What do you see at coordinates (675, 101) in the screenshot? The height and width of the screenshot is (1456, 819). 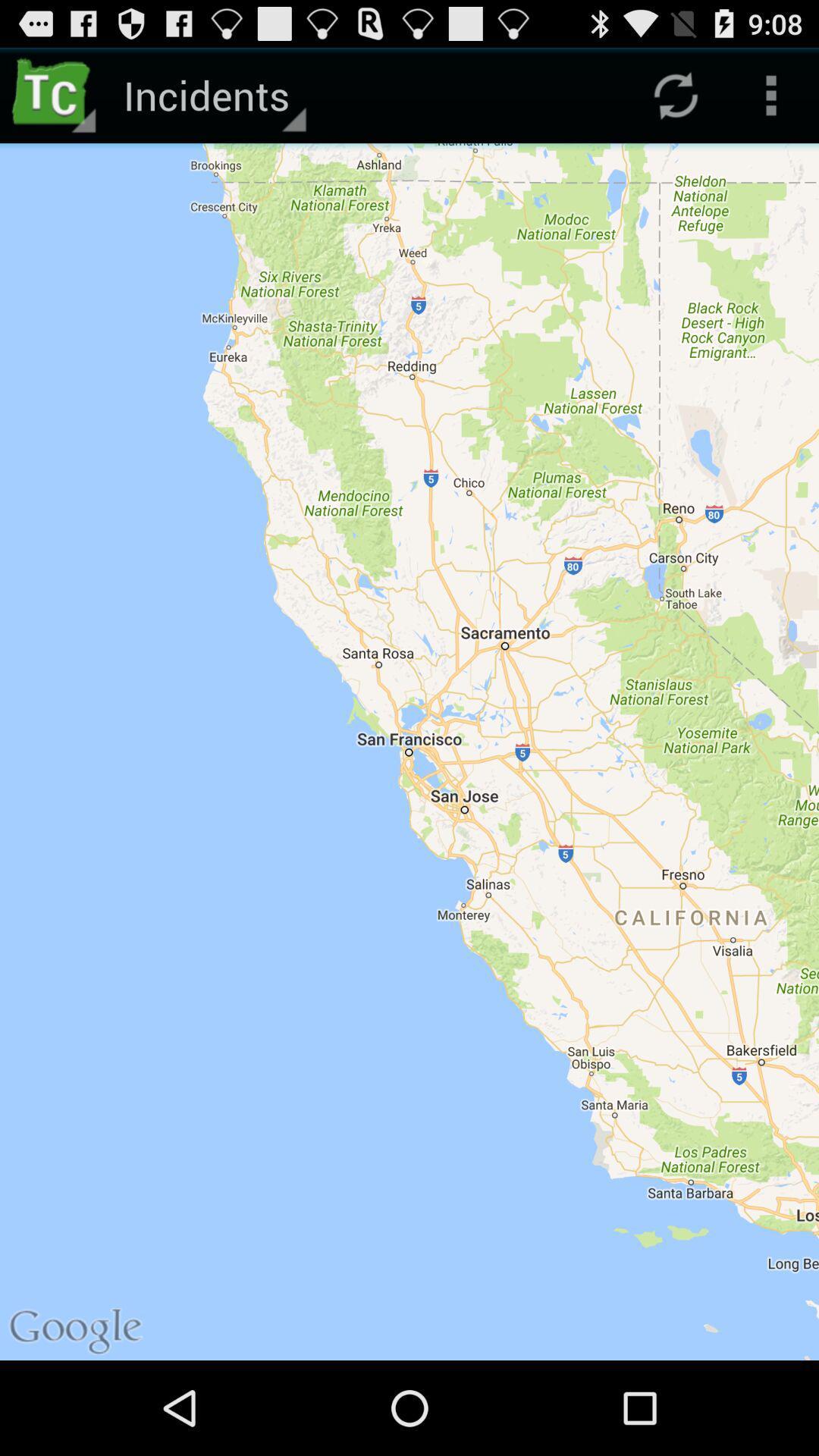 I see `the refresh icon` at bounding box center [675, 101].